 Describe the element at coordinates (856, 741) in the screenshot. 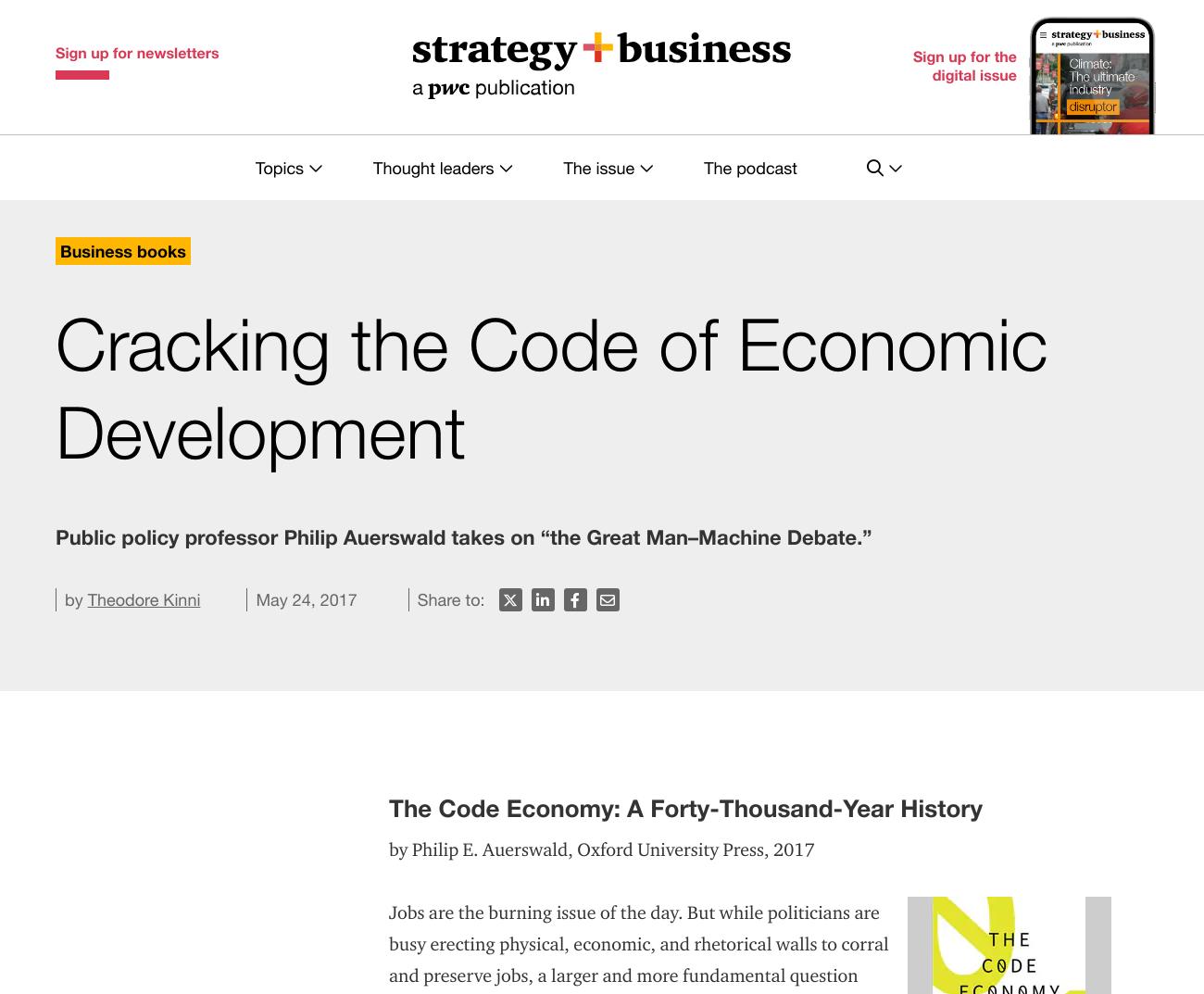

I see `'Leap to leader: Make yourself heard'` at that location.